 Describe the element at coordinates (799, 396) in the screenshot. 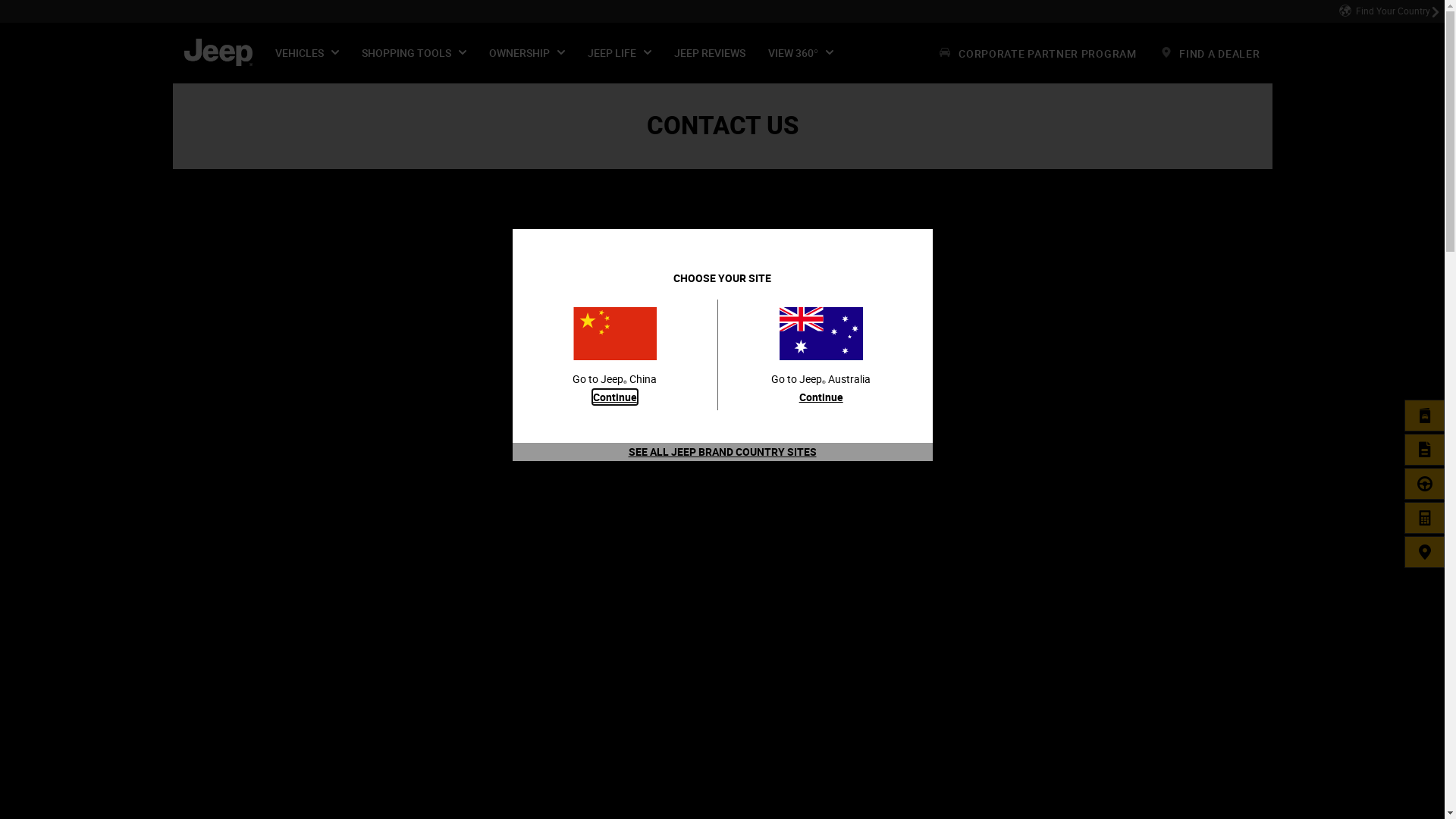

I see `'Continue'` at that location.